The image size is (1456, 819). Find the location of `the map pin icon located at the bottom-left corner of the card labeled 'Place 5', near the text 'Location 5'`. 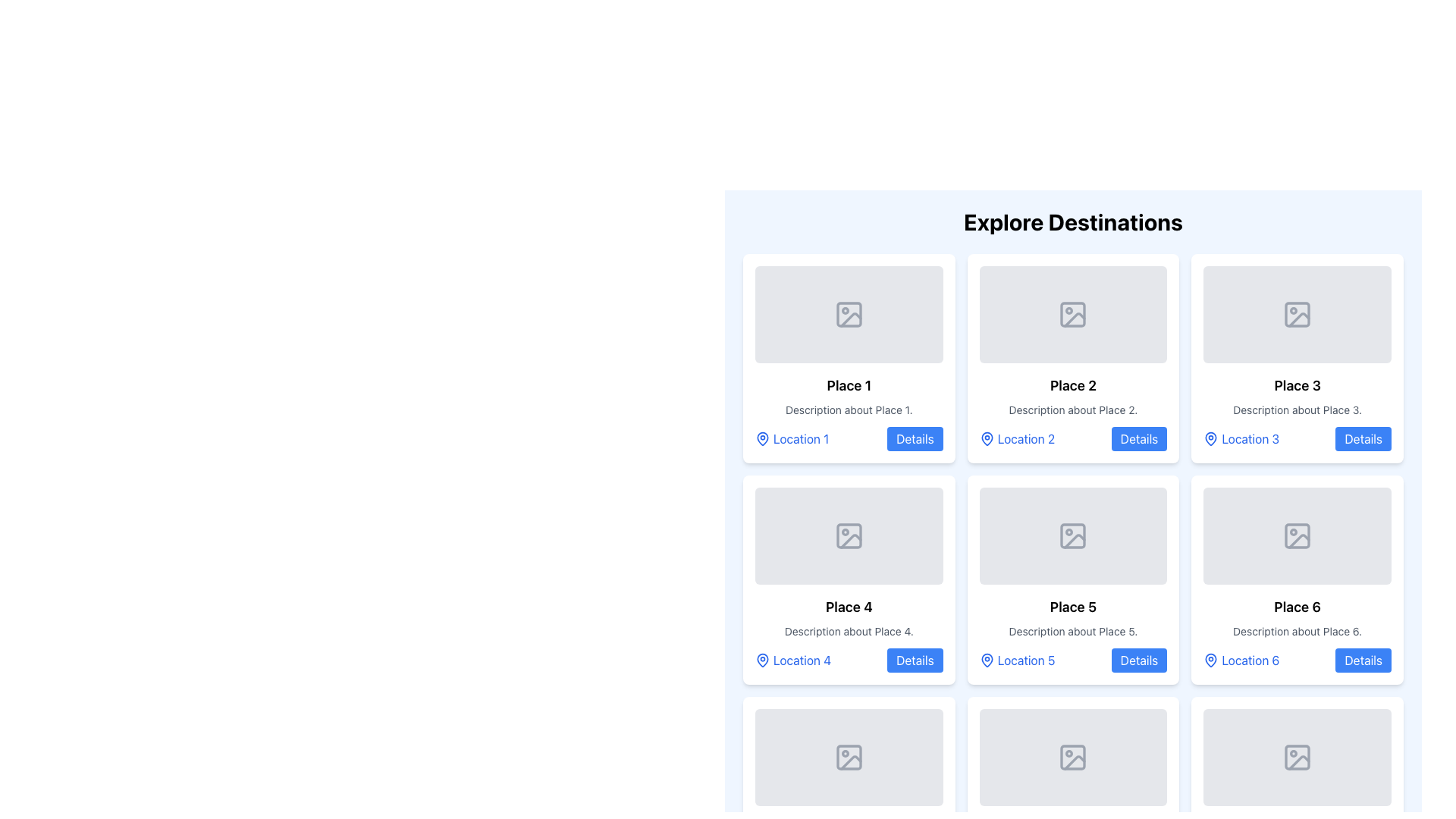

the map pin icon located at the bottom-left corner of the card labeled 'Place 5', near the text 'Location 5' is located at coordinates (987, 660).